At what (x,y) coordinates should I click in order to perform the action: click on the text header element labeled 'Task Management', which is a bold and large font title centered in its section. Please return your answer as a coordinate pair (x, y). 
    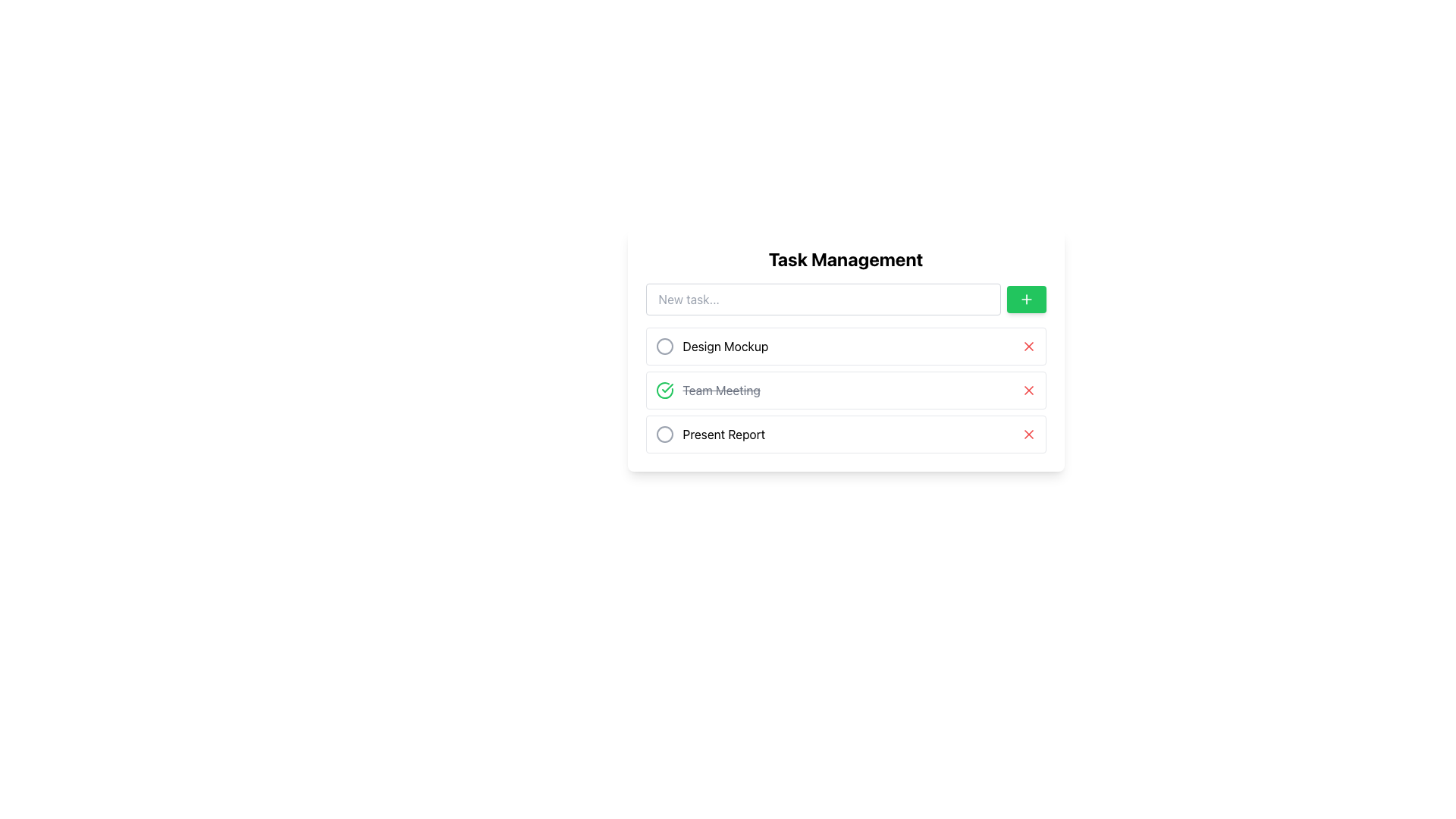
    Looking at the image, I should click on (845, 259).